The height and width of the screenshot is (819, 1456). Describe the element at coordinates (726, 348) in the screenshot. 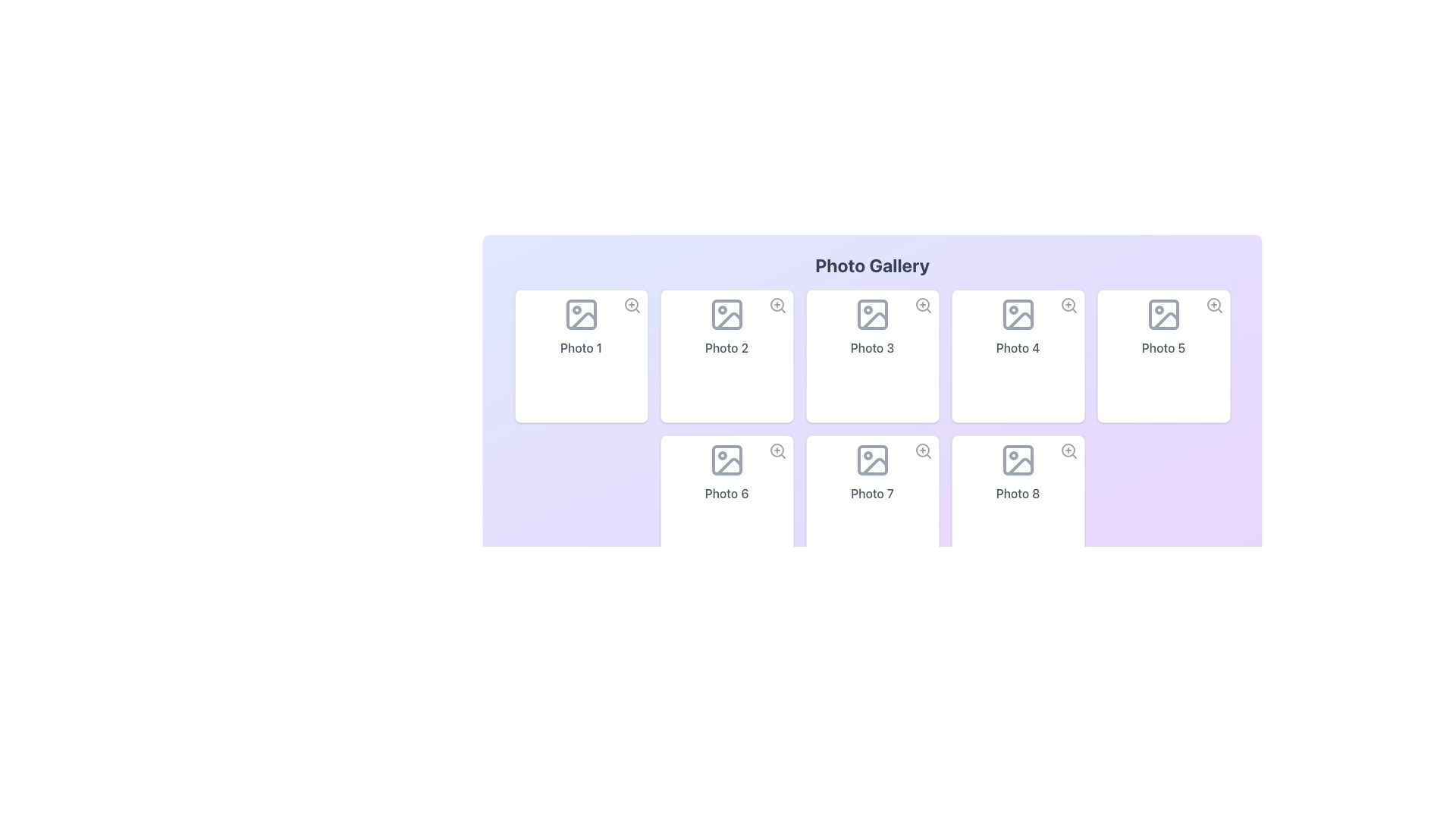

I see `text label that titles the second photo card in the top row of the grid layout, located just below the associated image icon` at that location.